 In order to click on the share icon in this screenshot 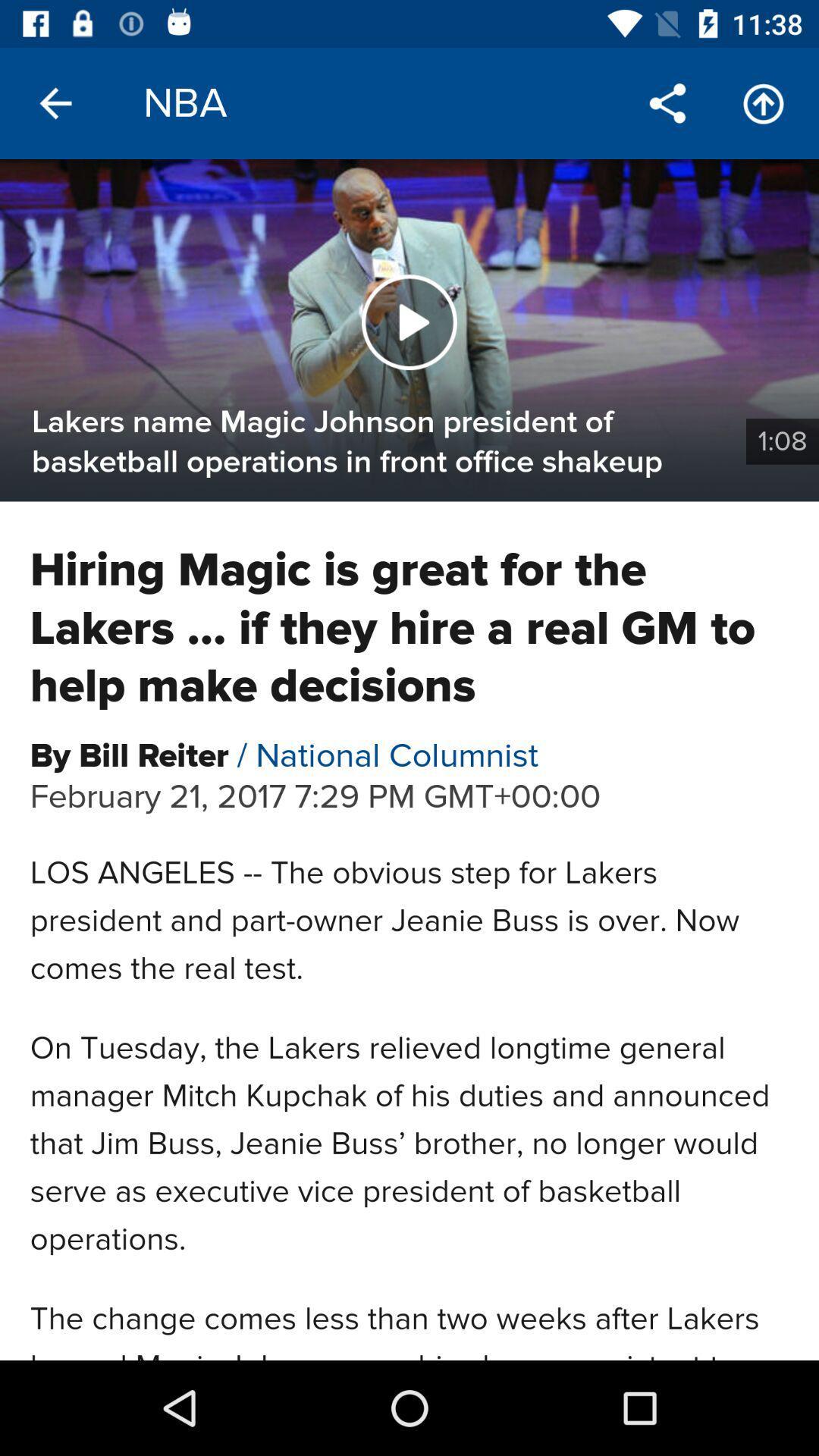, I will do `click(667, 102)`.